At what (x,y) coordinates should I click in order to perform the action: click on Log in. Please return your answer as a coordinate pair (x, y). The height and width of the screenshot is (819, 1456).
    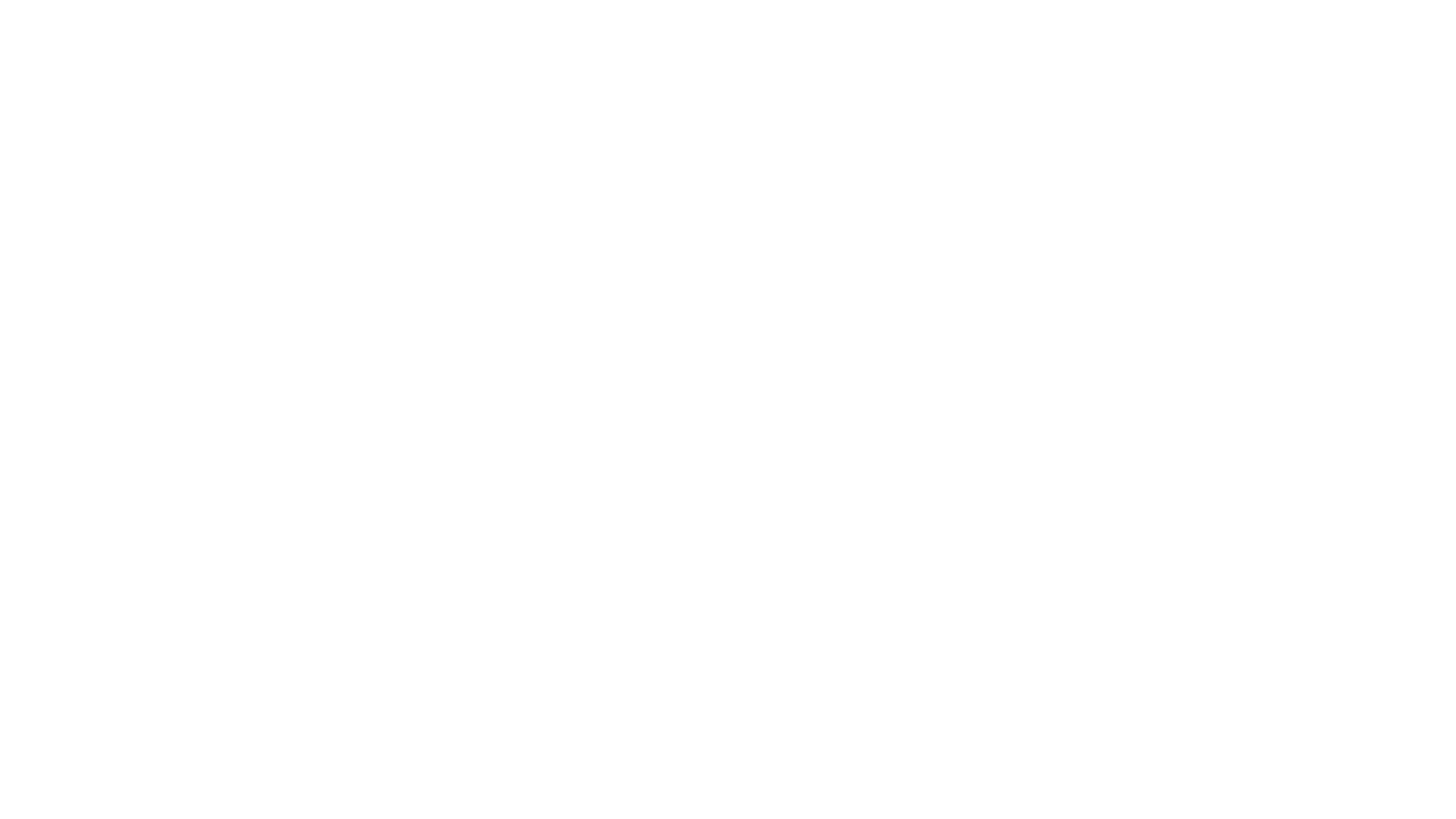
    Looking at the image, I should click on (554, 240).